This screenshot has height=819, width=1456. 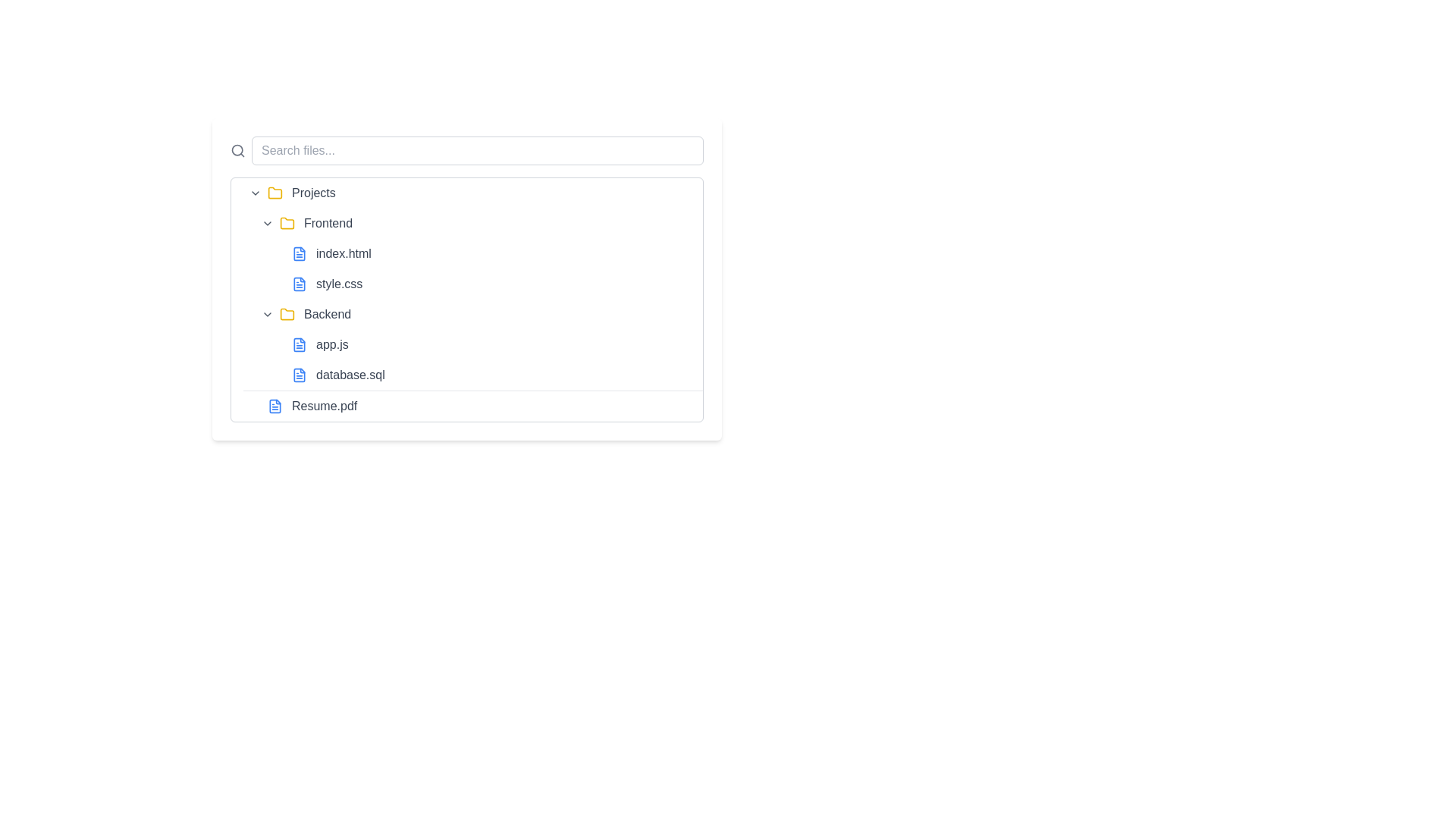 What do you see at coordinates (331, 345) in the screenshot?
I see `the text label 'app.js' in the file explorer interface to focus or select it` at bounding box center [331, 345].